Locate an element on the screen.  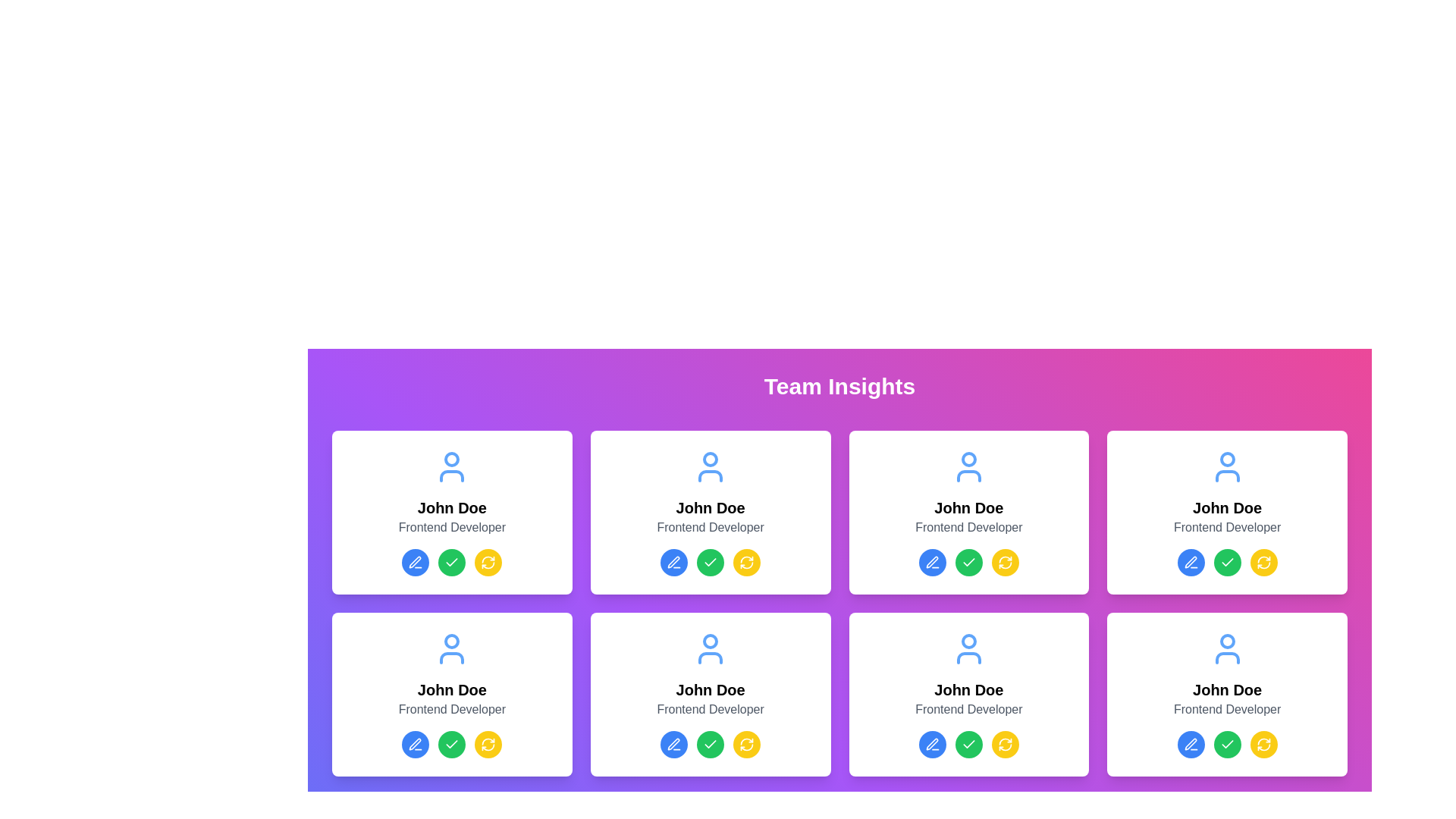
the circular graphic element representing the head of the person icon in the second card of the first row in the grid layout is located at coordinates (710, 458).